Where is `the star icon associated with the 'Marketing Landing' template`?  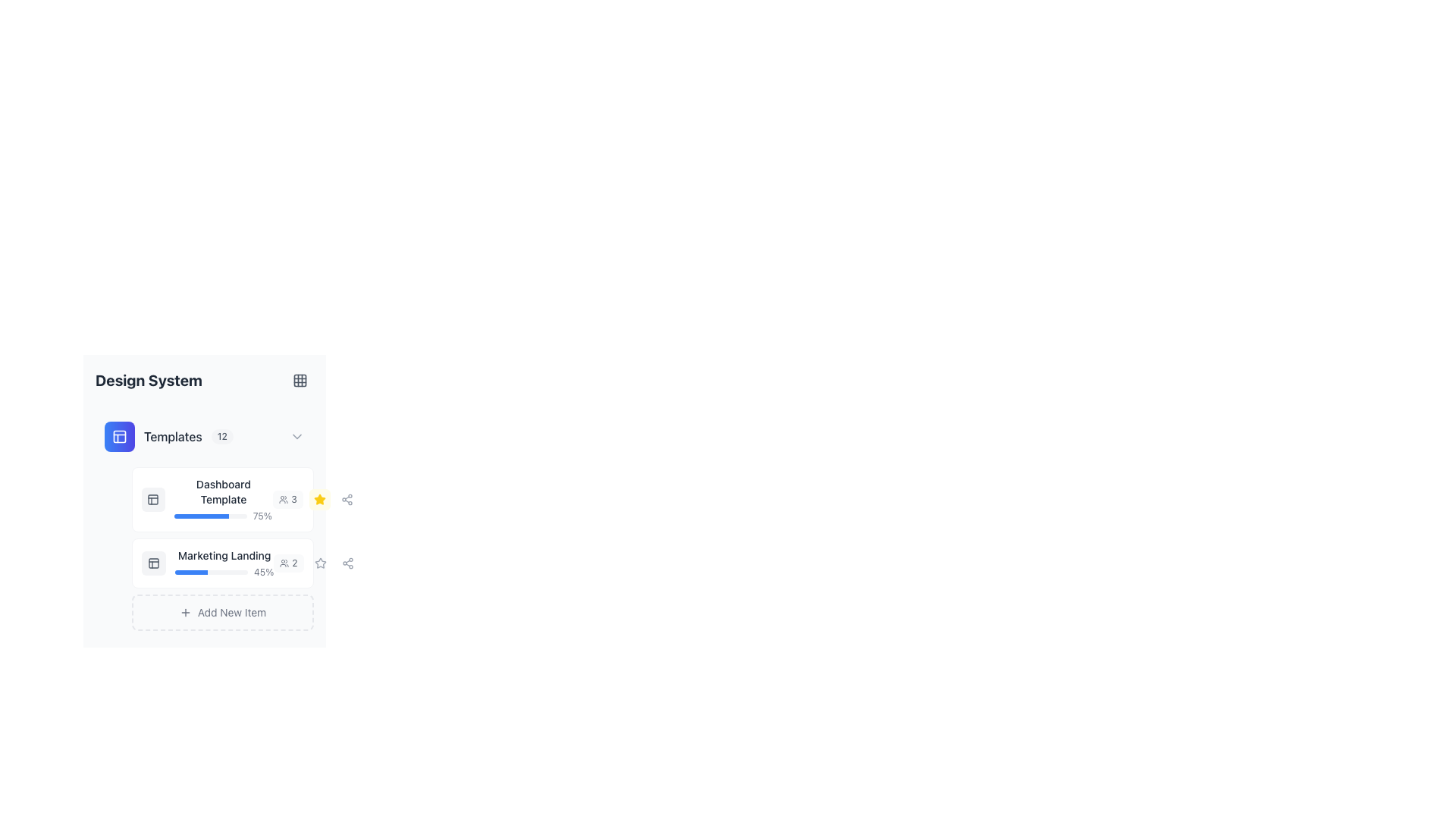 the star icon associated with the 'Marketing Landing' template is located at coordinates (318, 499).